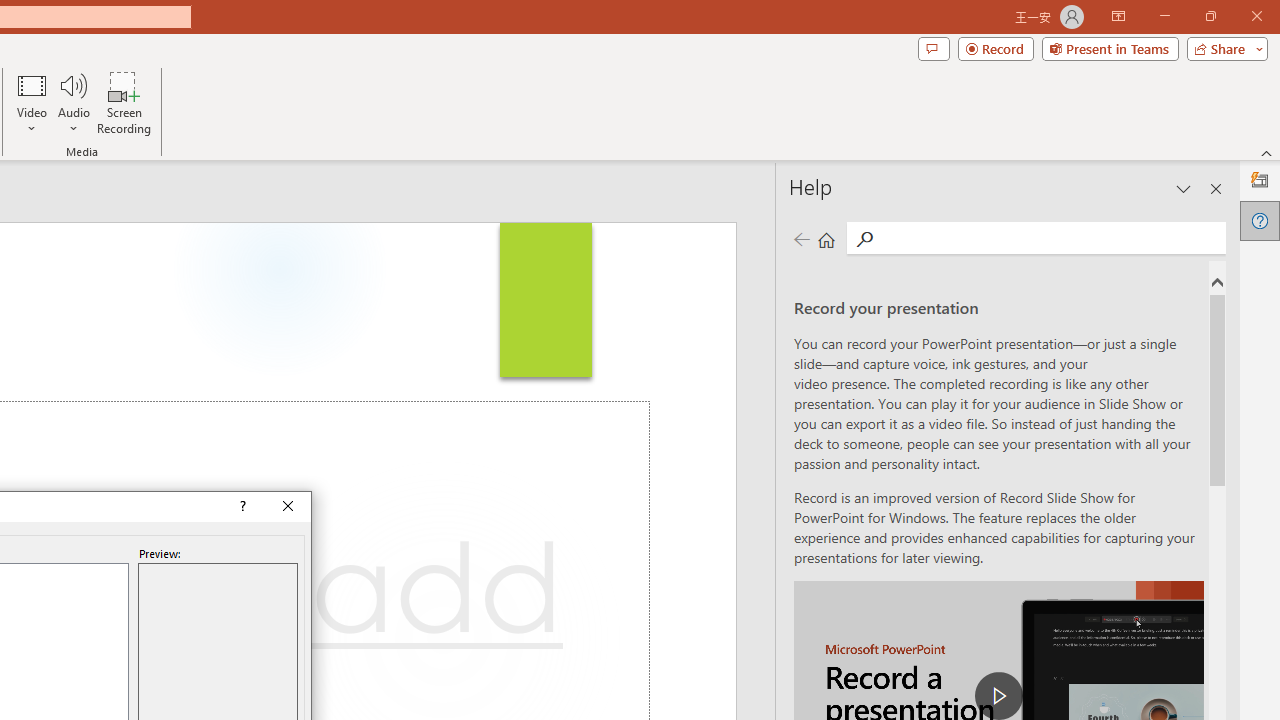  What do you see at coordinates (801, 238) in the screenshot?
I see `'Previous page'` at bounding box center [801, 238].